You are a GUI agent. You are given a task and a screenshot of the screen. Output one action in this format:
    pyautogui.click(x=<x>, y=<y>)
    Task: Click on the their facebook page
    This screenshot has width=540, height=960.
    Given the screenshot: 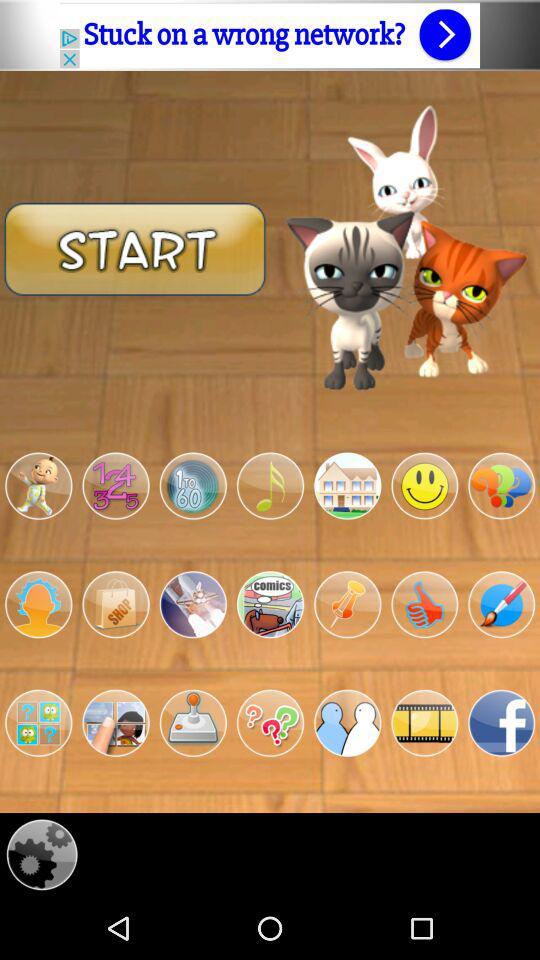 What is the action you would take?
    pyautogui.click(x=500, y=722)
    